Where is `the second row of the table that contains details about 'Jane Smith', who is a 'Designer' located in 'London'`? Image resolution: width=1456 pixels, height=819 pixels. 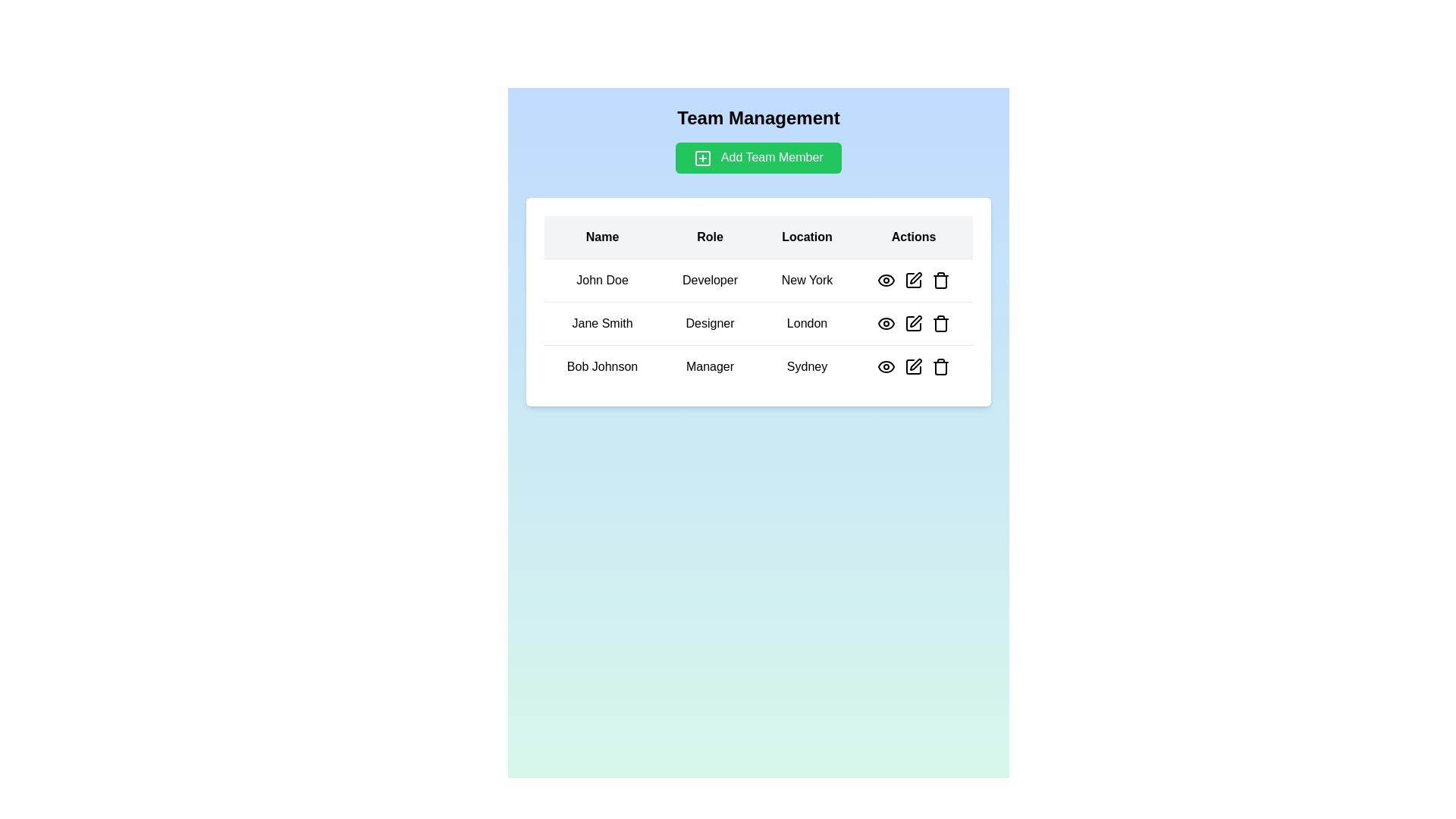
the second row of the table that contains details about 'Jane Smith', who is a 'Designer' located in 'London' is located at coordinates (758, 322).